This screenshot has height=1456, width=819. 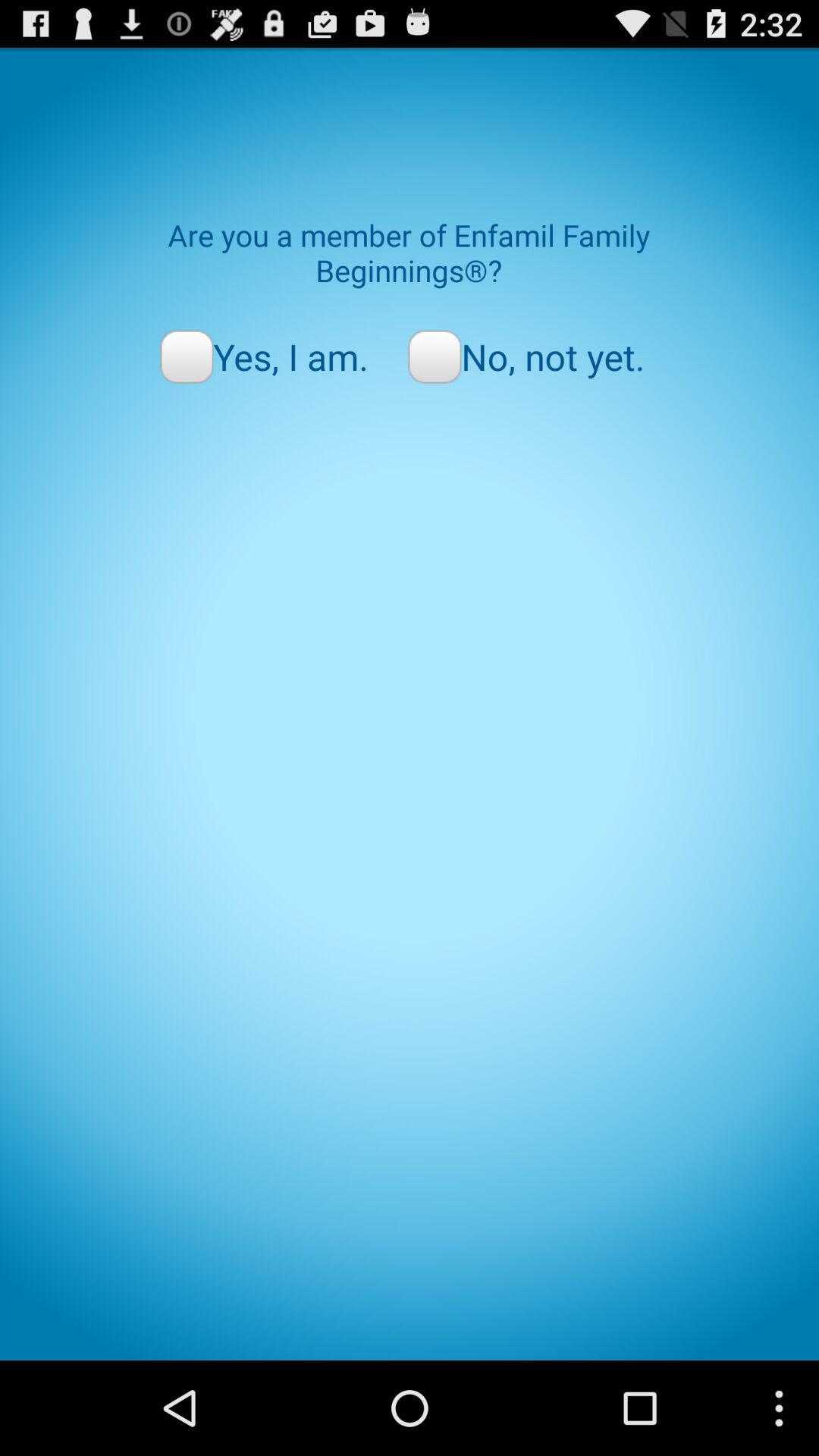 What do you see at coordinates (526, 356) in the screenshot?
I see `the item next to yes, i am. icon` at bounding box center [526, 356].